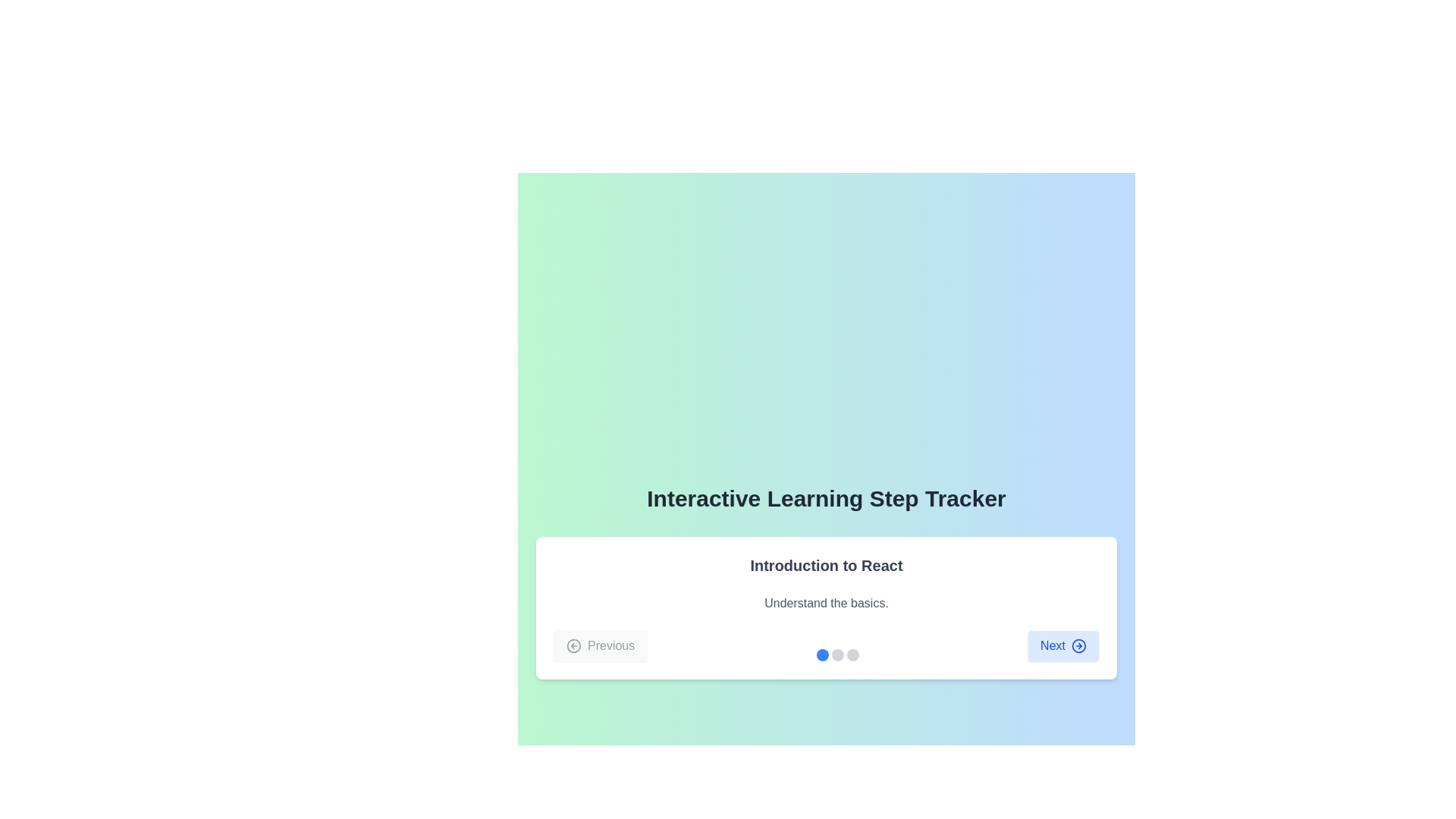 The height and width of the screenshot is (819, 1456). I want to click on the 'Next' button which contains a right-arrow icon encircled in blue, located at the bottom-right of the visible card, so click(1078, 646).